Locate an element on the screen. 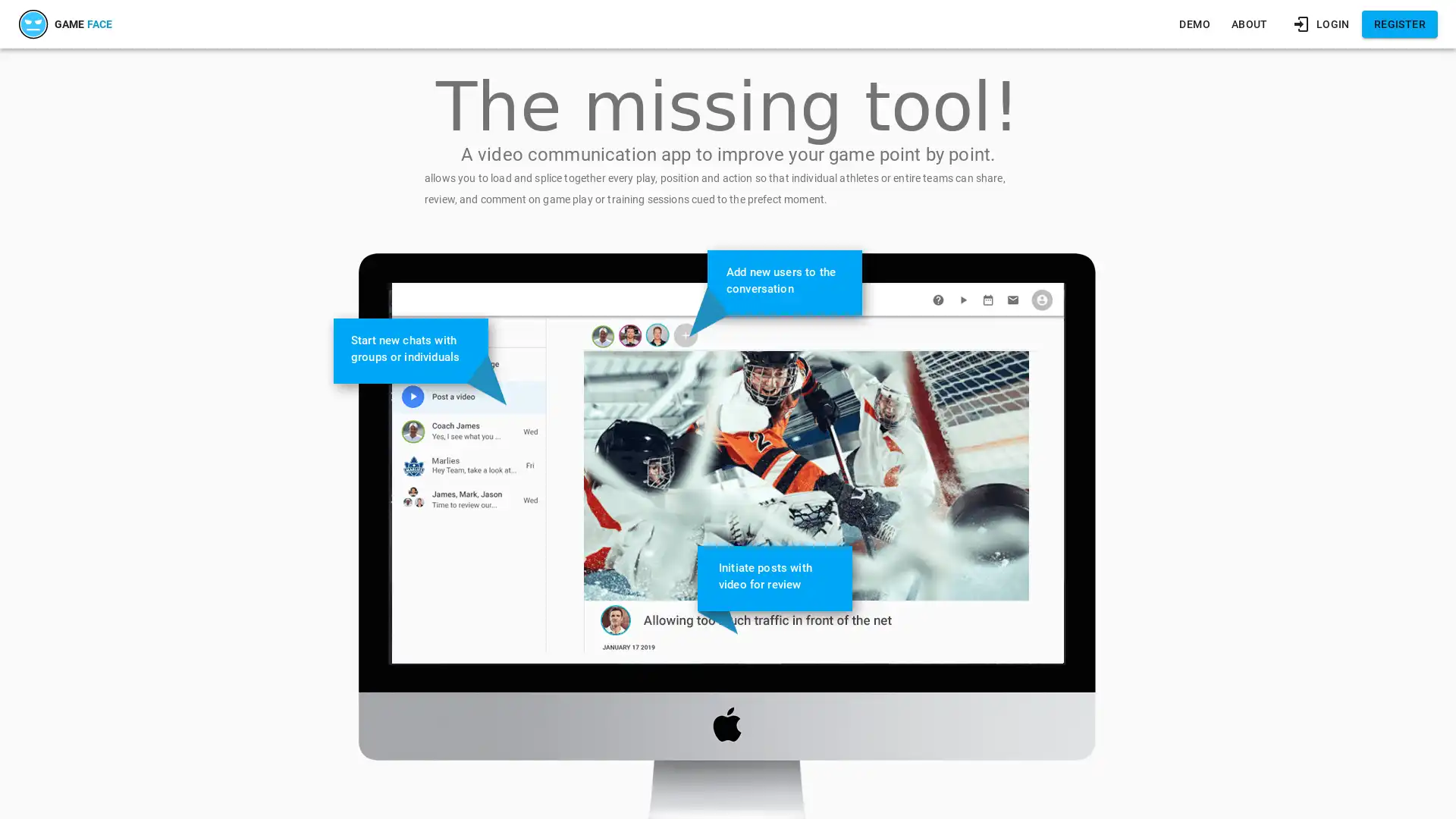 This screenshot has width=1456, height=819. REGISTER is located at coordinates (1398, 24).